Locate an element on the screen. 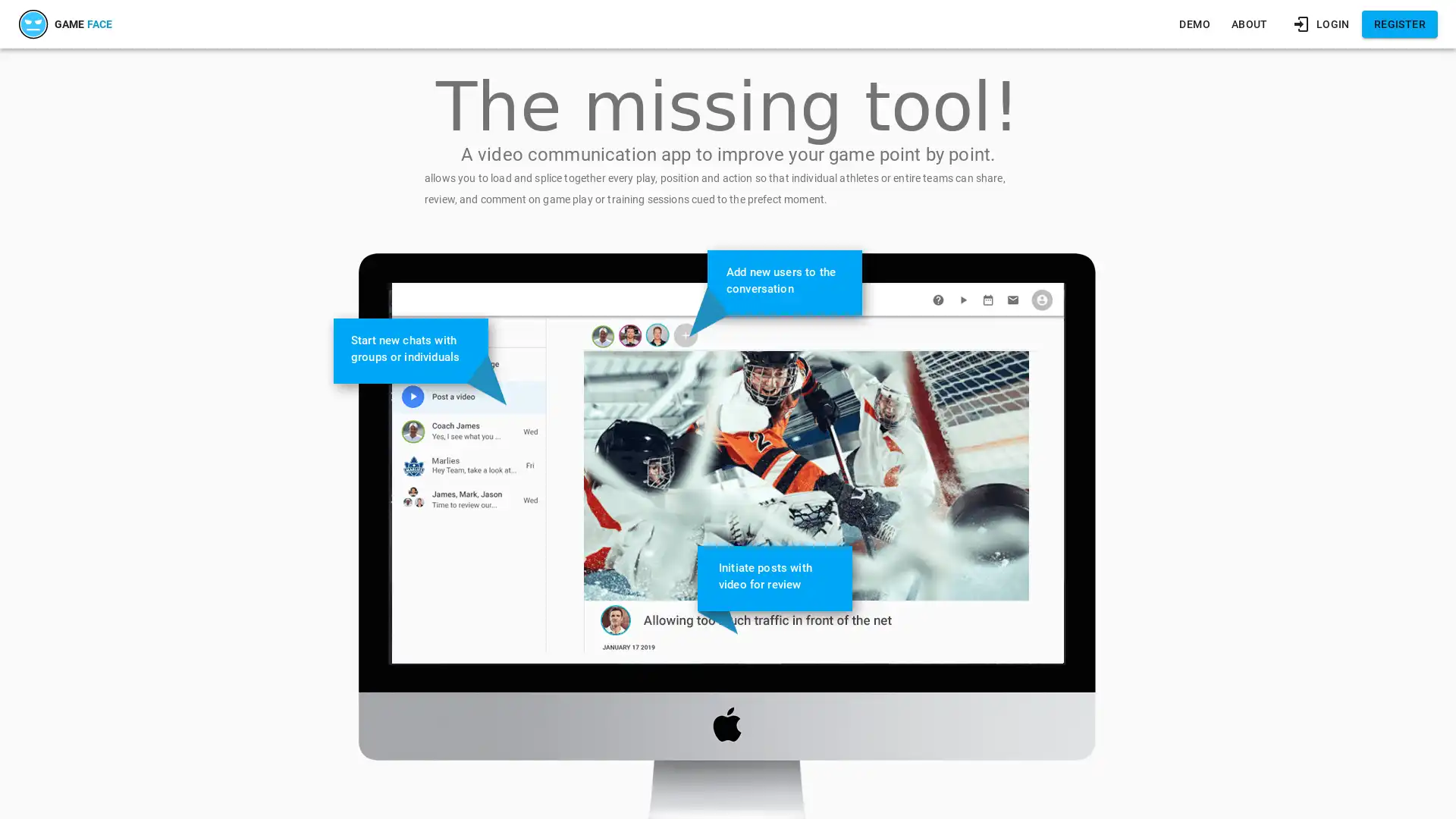 This screenshot has width=1456, height=819. REGISTER is located at coordinates (1398, 24).